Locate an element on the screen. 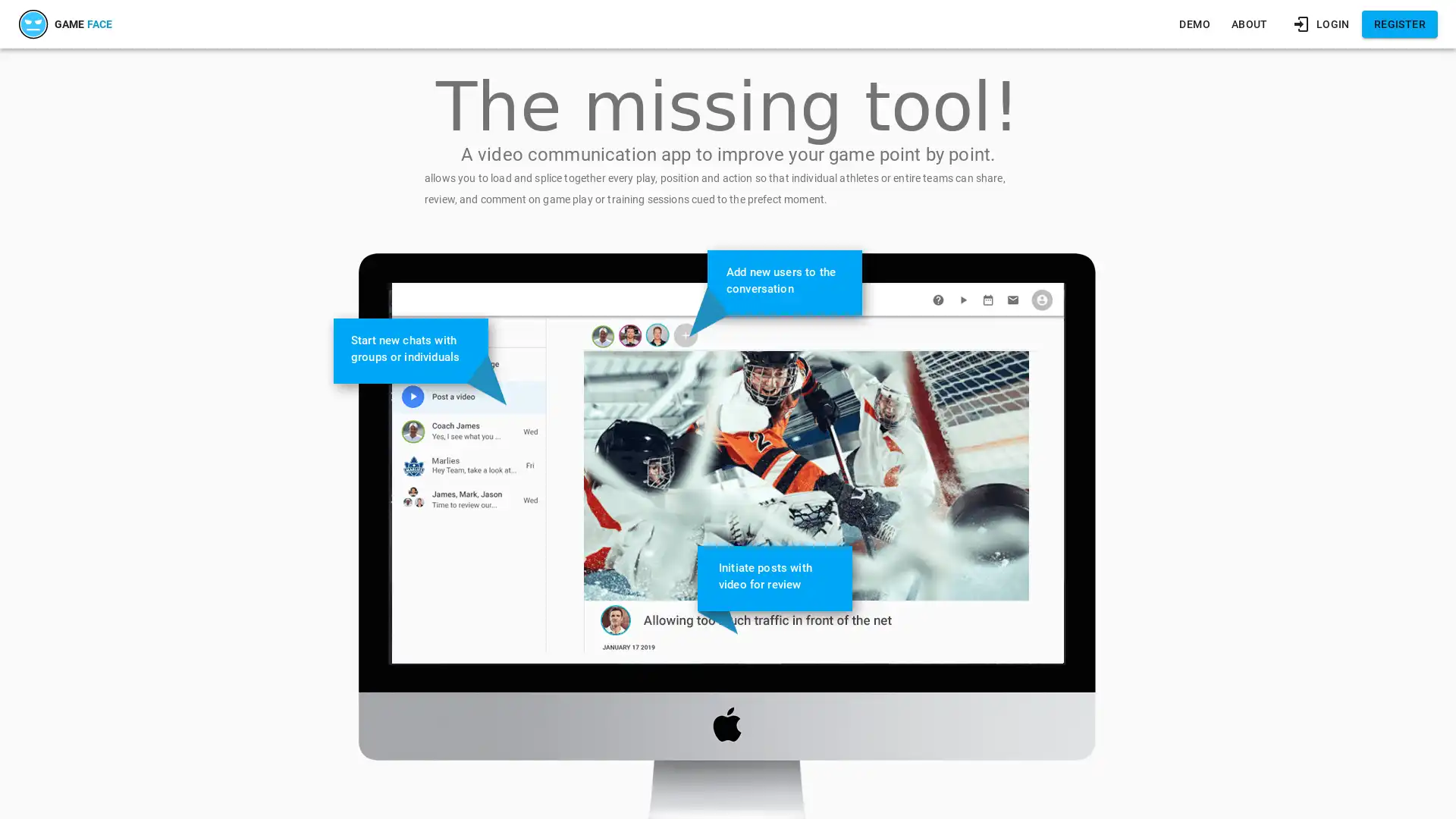 This screenshot has width=1456, height=819. REGISTER is located at coordinates (1398, 24).